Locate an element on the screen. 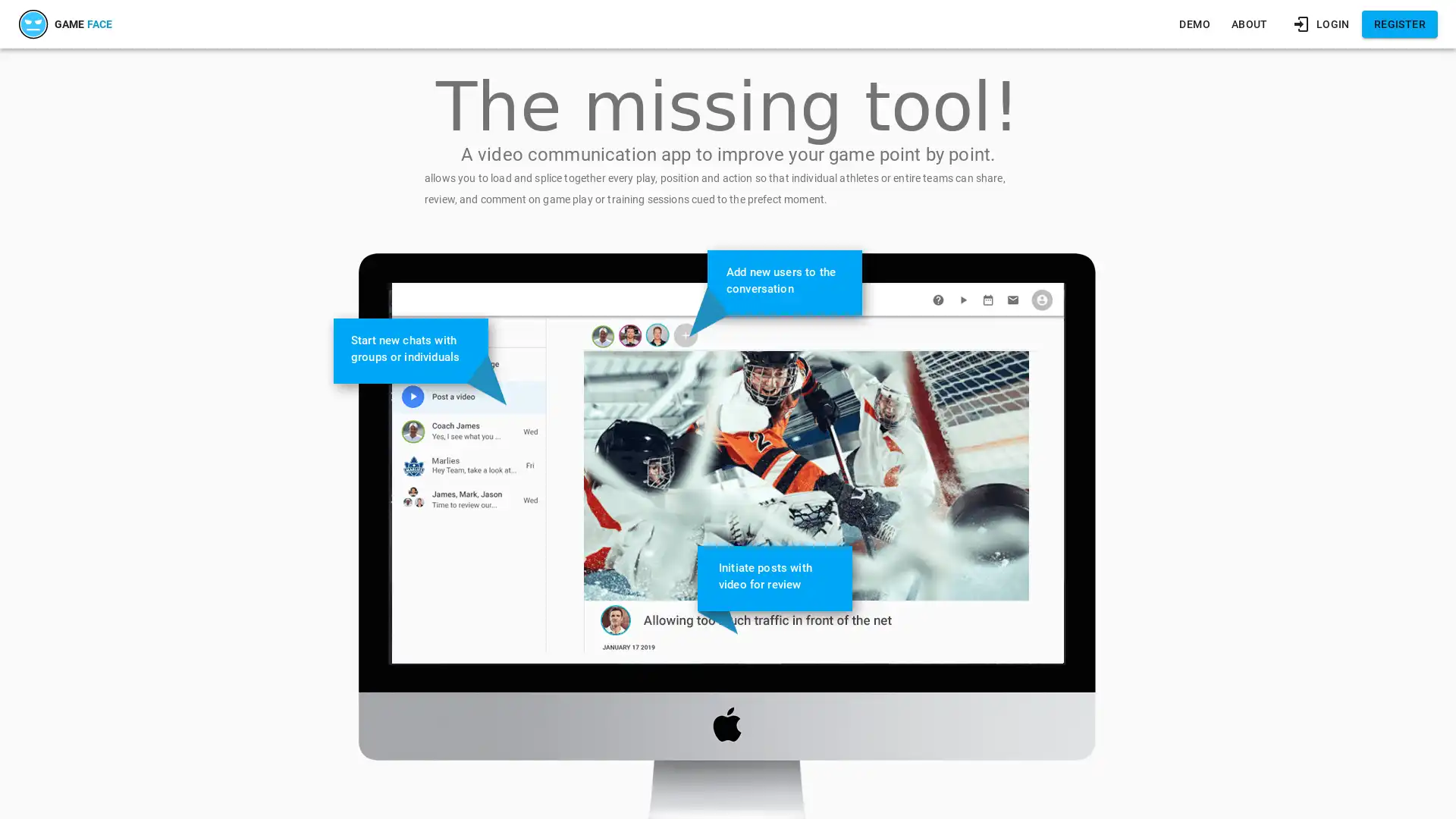 This screenshot has width=1456, height=819. REGISTER is located at coordinates (1398, 24).